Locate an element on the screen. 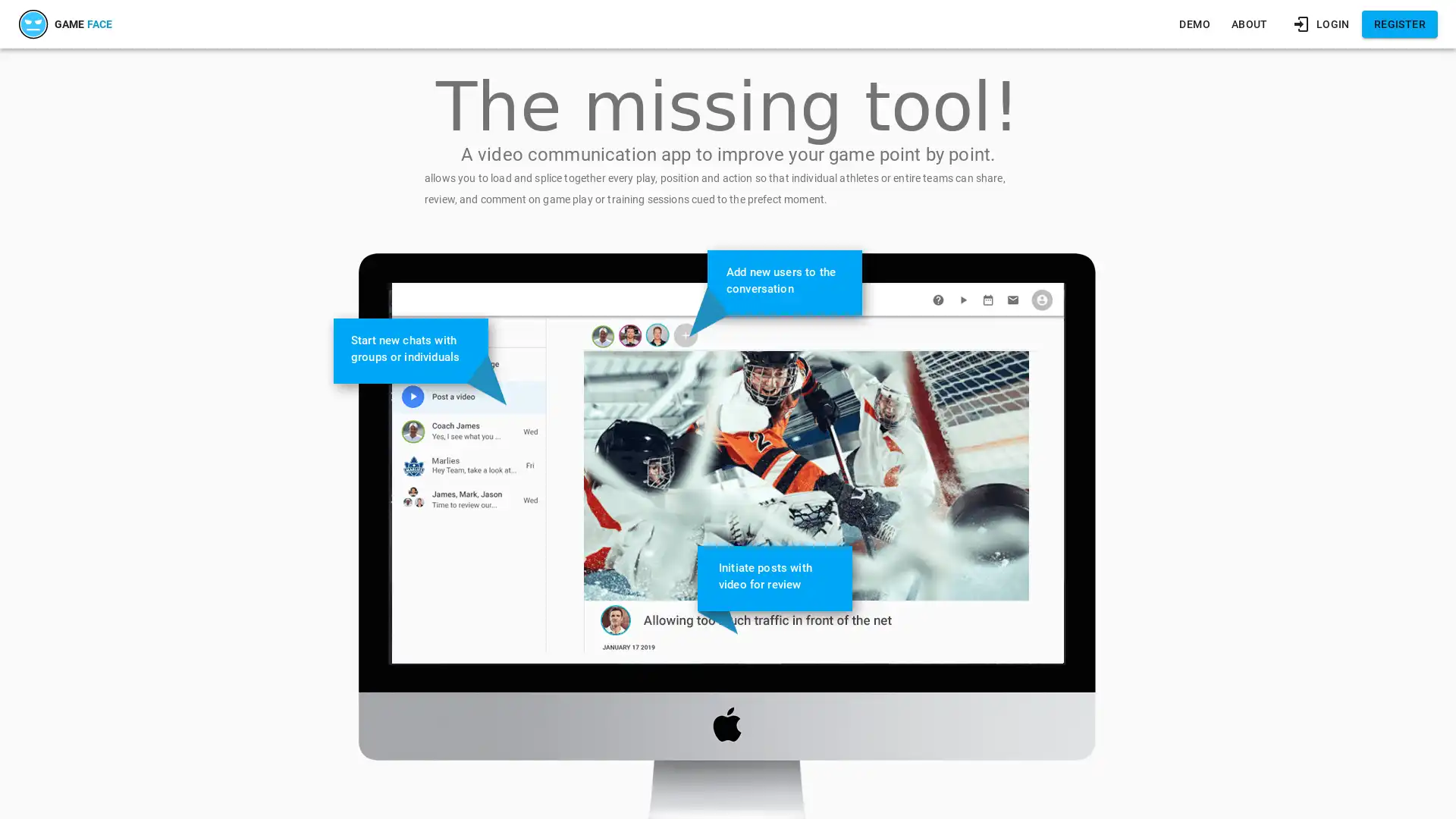 This screenshot has width=1456, height=819. REGISTER is located at coordinates (1398, 24).